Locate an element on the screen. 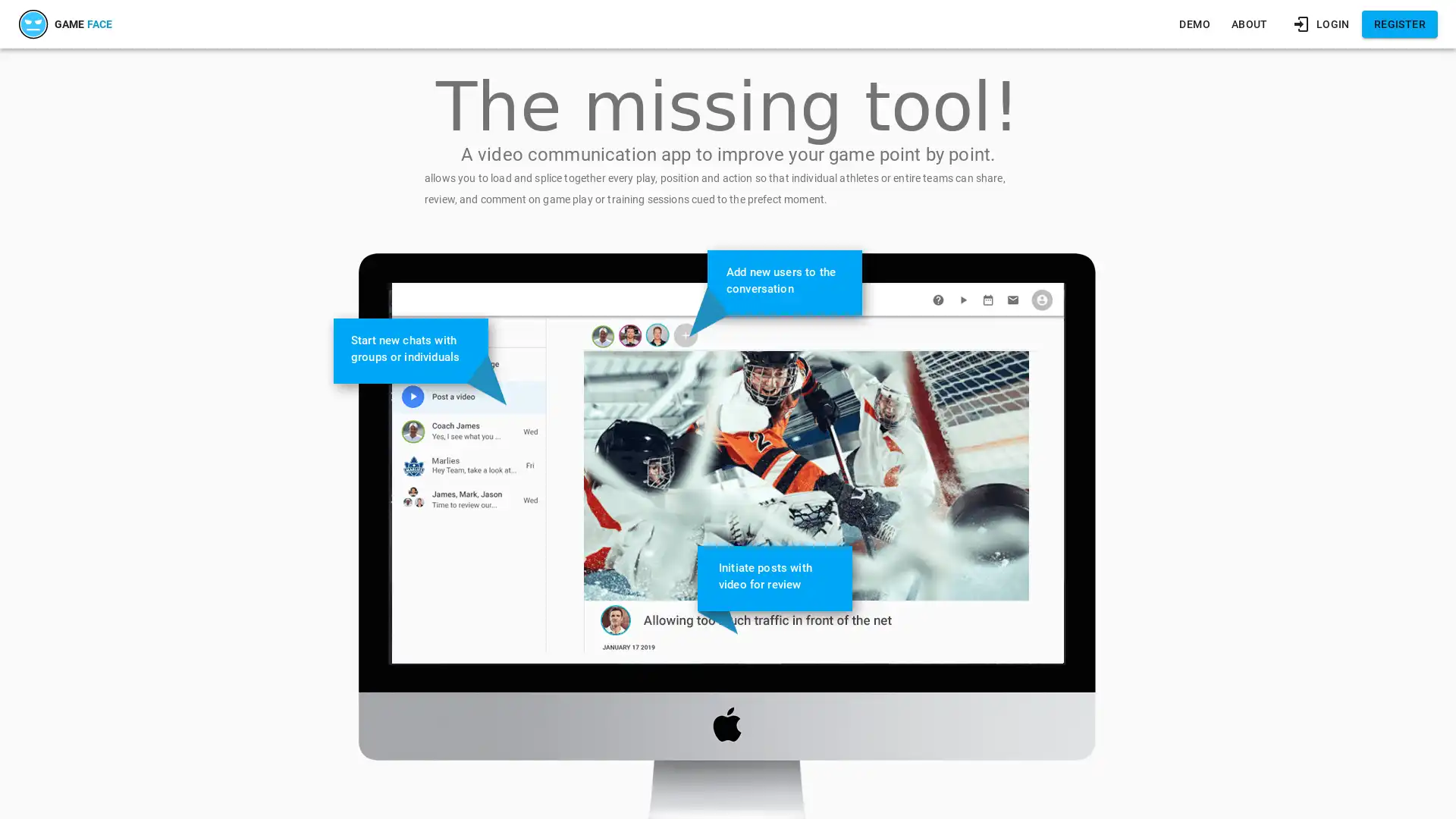 This screenshot has width=1456, height=819. REGISTER is located at coordinates (1398, 24).